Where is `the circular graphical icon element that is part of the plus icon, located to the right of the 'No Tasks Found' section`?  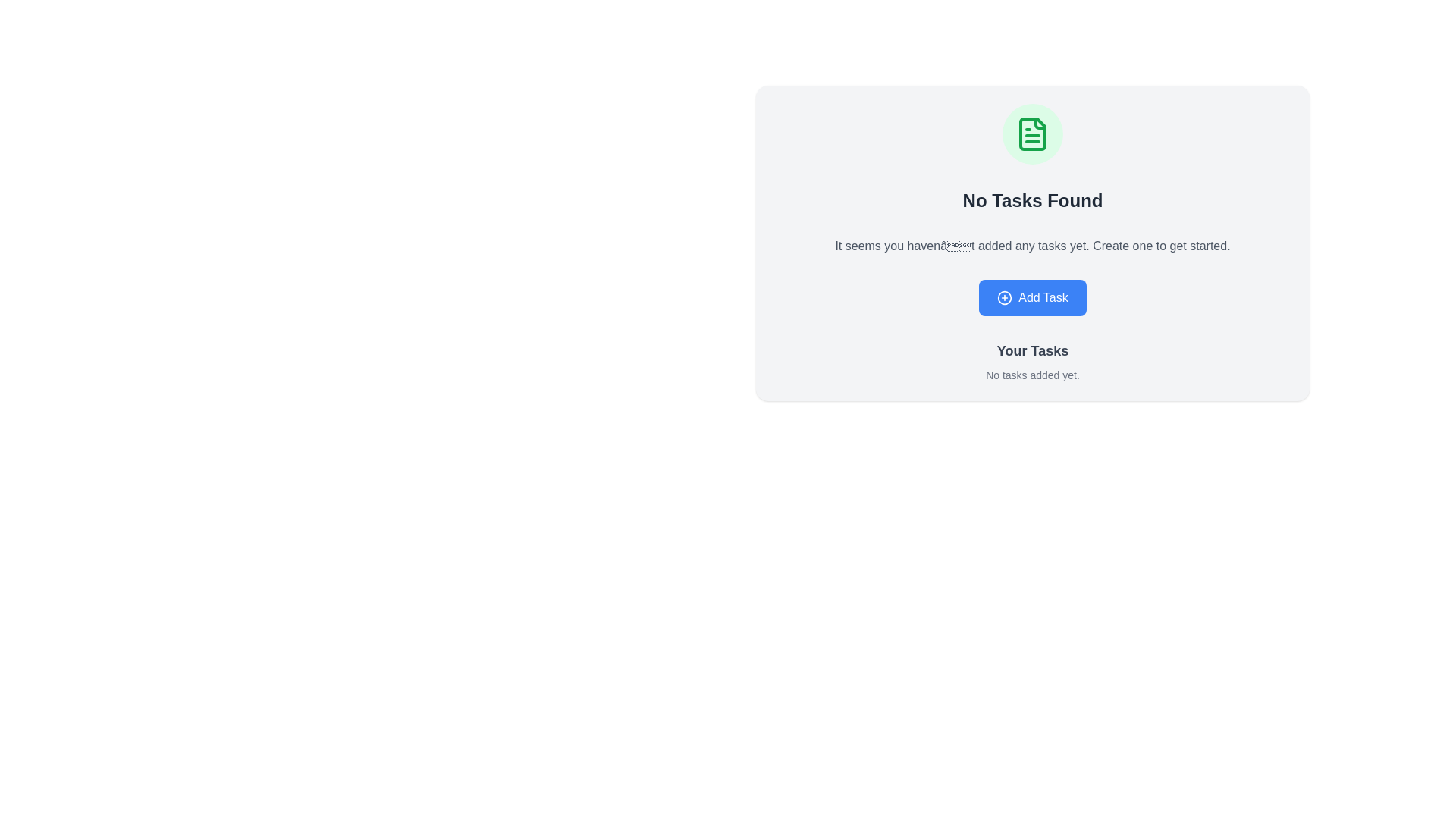 the circular graphical icon element that is part of the plus icon, located to the right of the 'No Tasks Found' section is located at coordinates (1005, 298).